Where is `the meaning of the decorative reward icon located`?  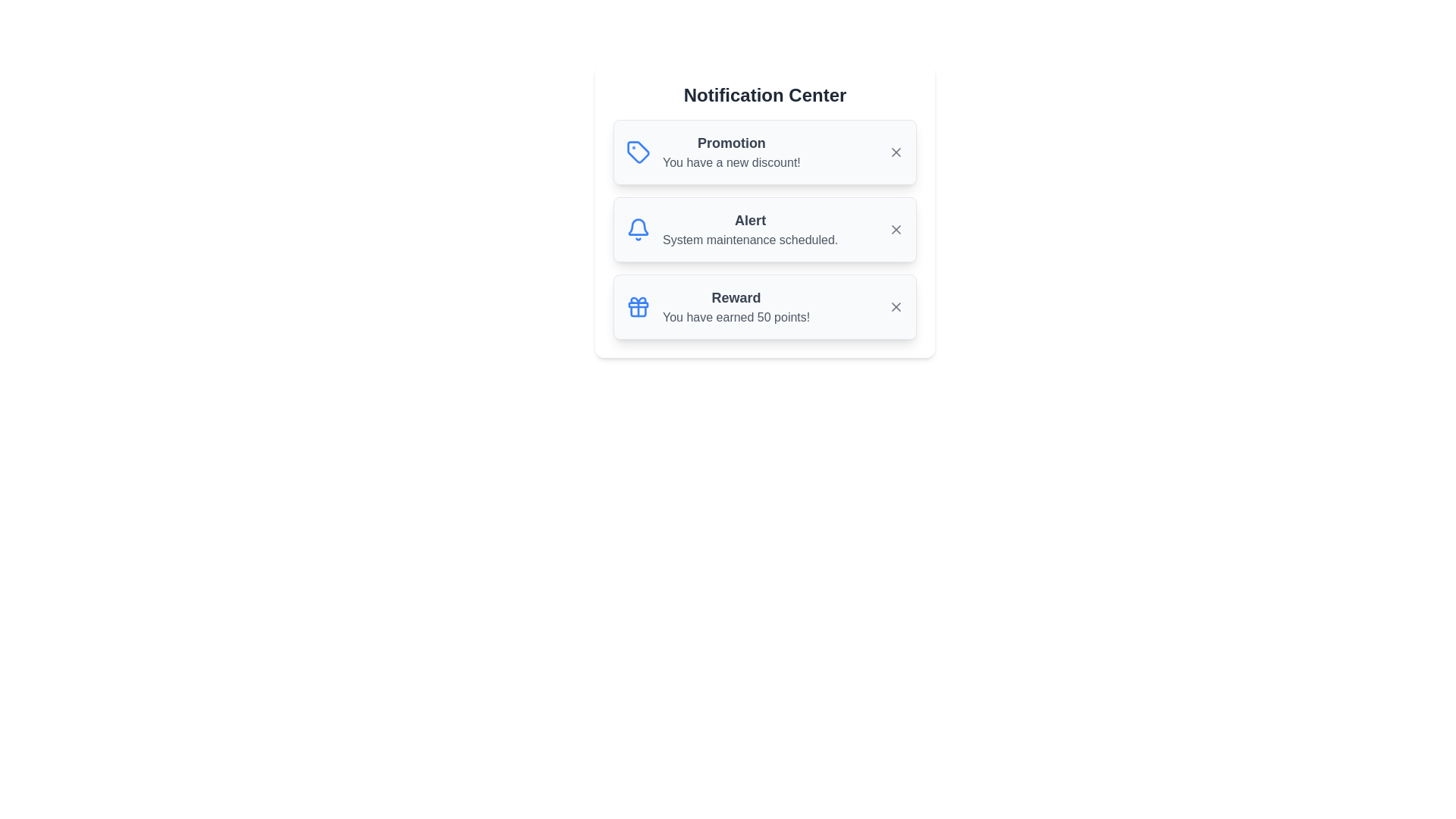 the meaning of the decorative reward icon located is located at coordinates (638, 307).